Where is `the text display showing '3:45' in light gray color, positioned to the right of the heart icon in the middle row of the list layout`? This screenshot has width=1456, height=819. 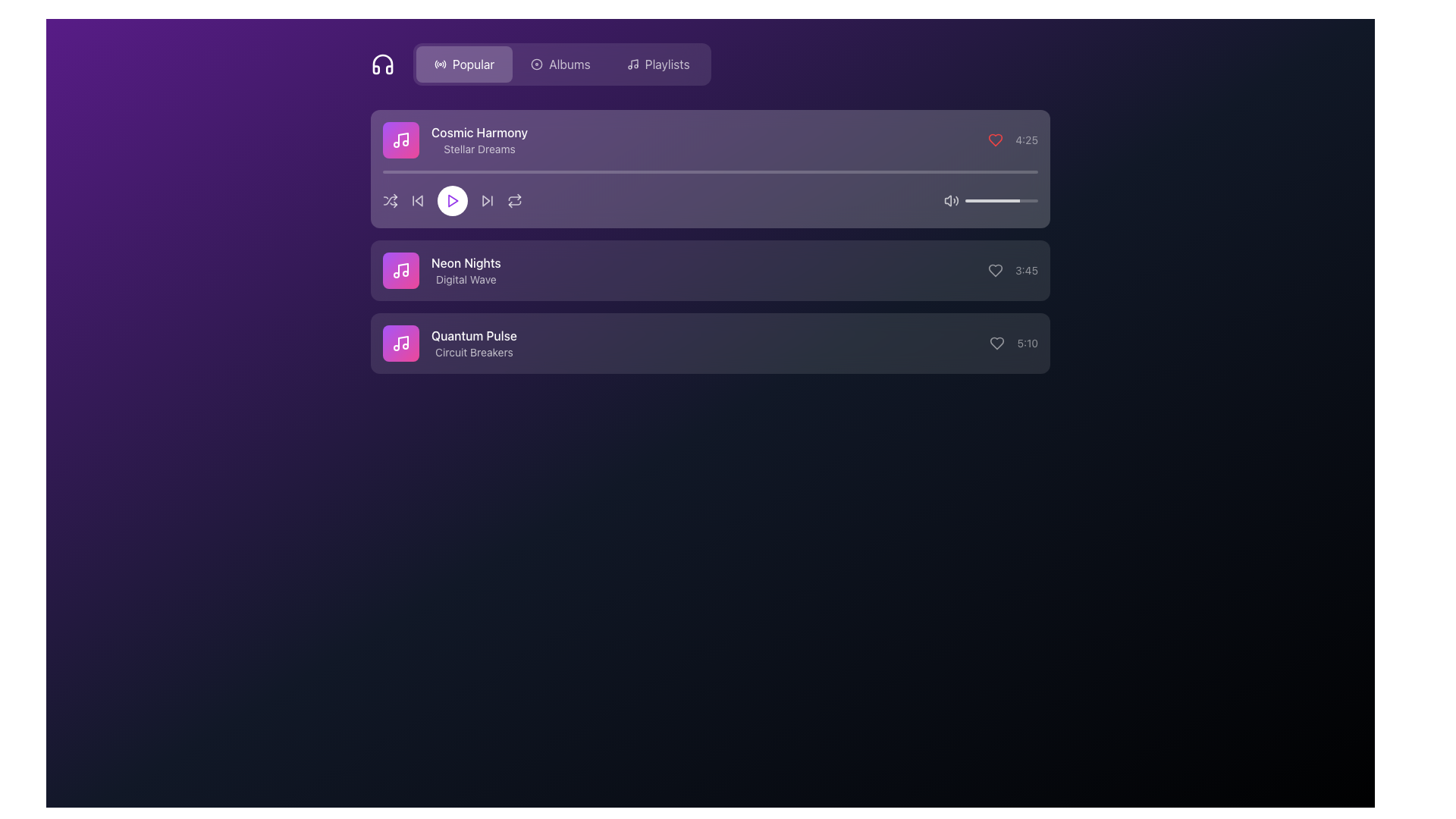
the text display showing '3:45' in light gray color, positioned to the right of the heart icon in the middle row of the list layout is located at coordinates (1026, 270).